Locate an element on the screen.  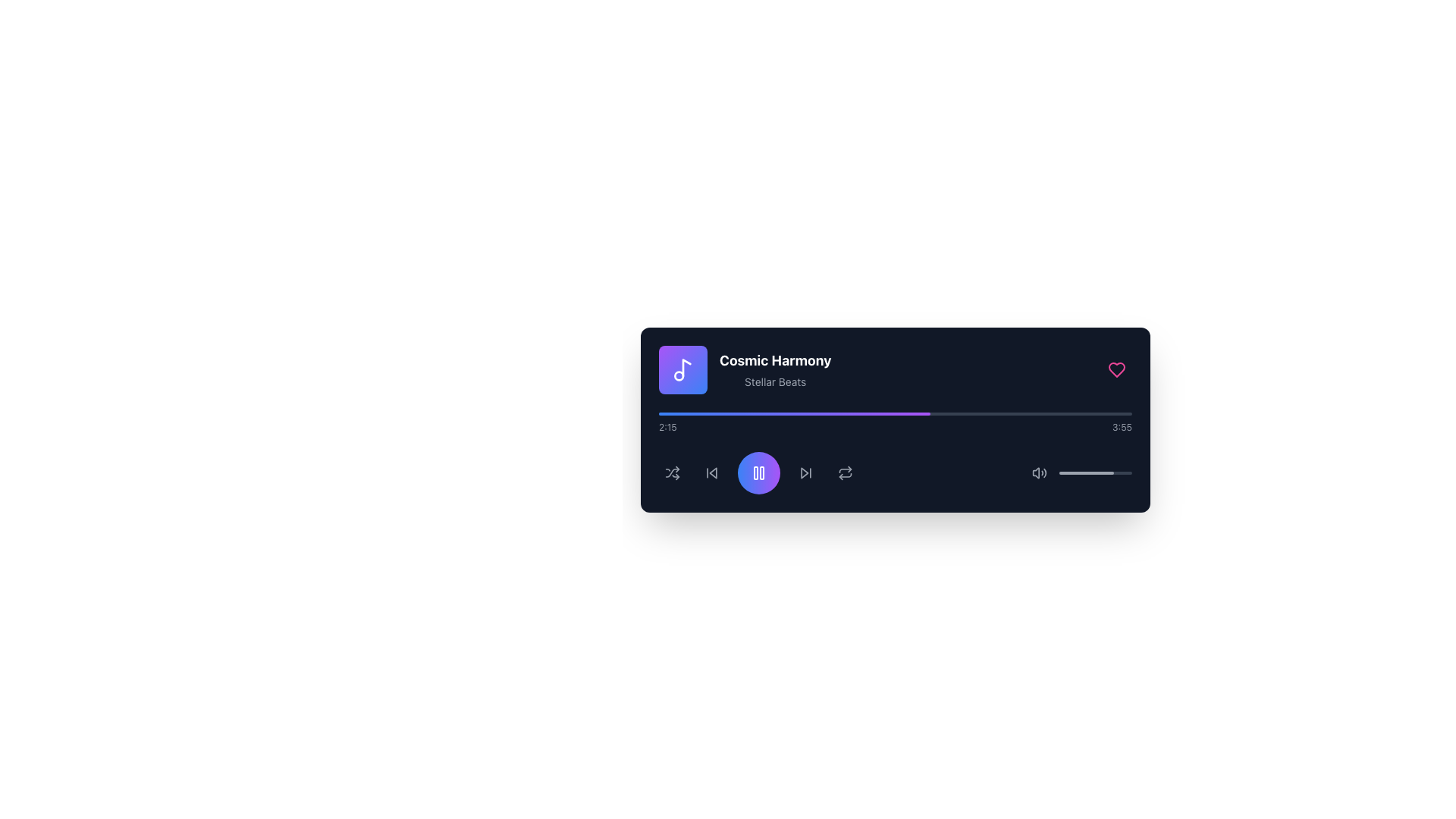
playback time is located at coordinates (1029, 414).